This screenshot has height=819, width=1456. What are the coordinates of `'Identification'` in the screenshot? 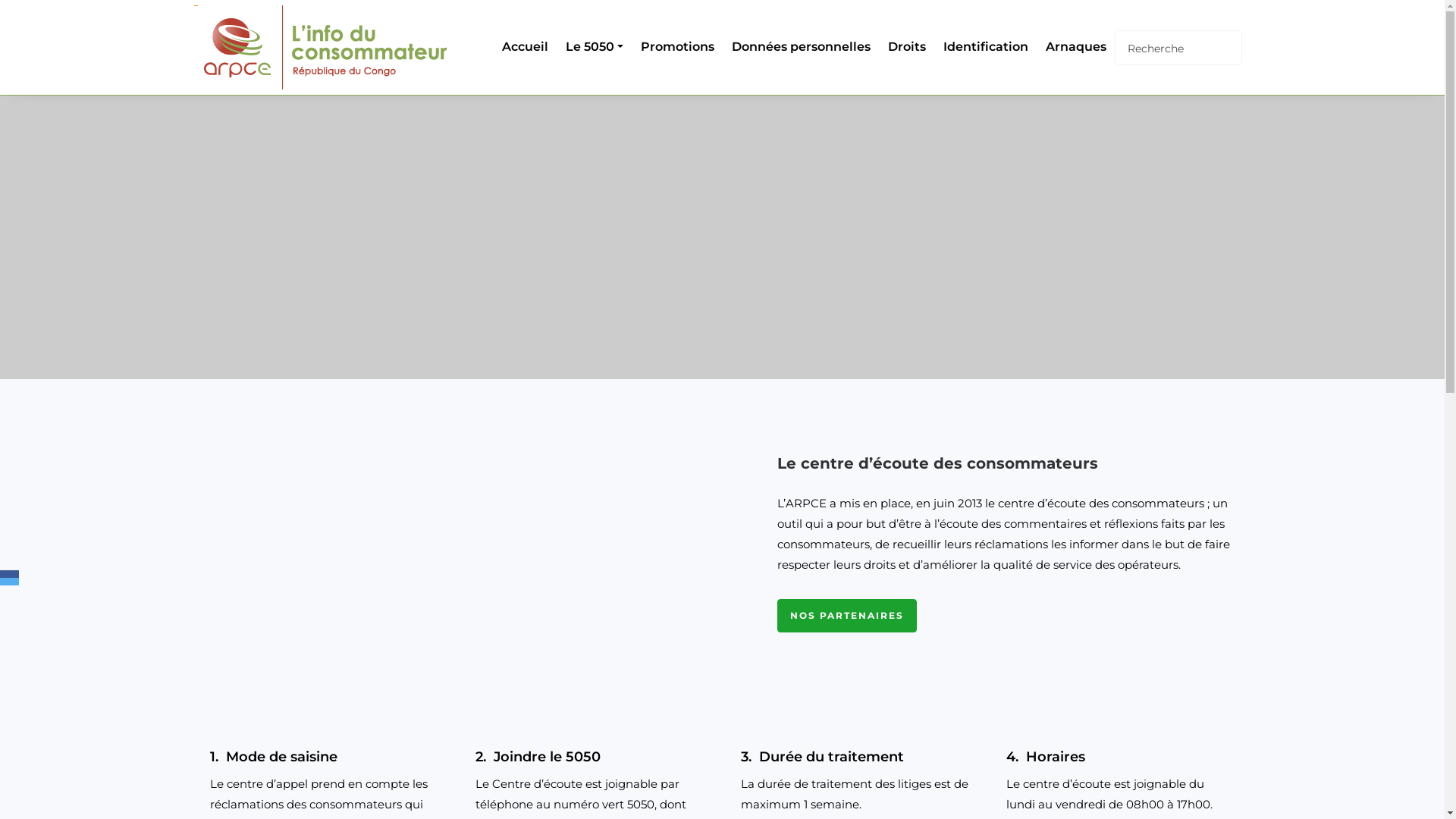 It's located at (983, 46).